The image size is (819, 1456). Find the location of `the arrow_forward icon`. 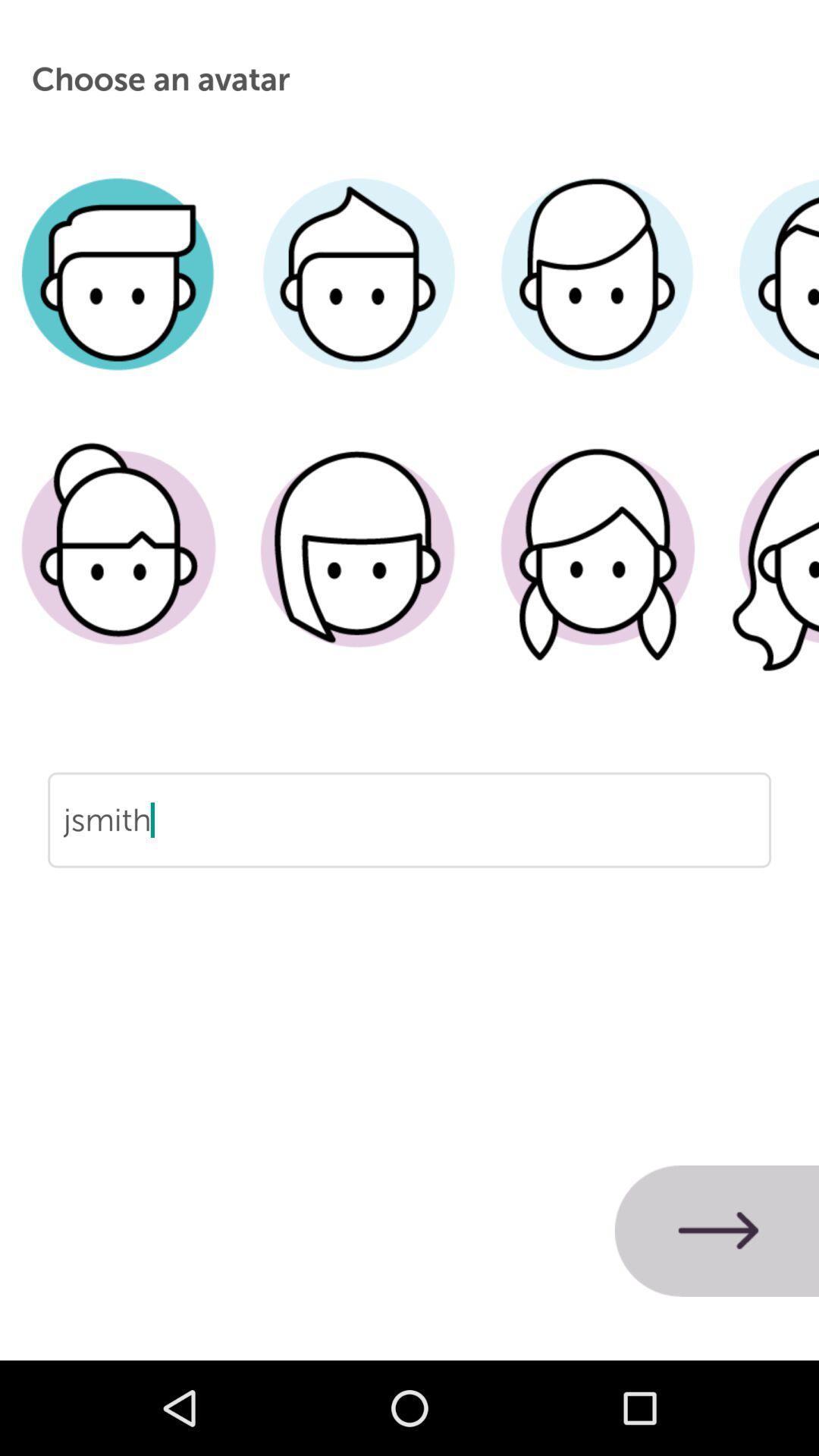

the arrow_forward icon is located at coordinates (717, 1231).